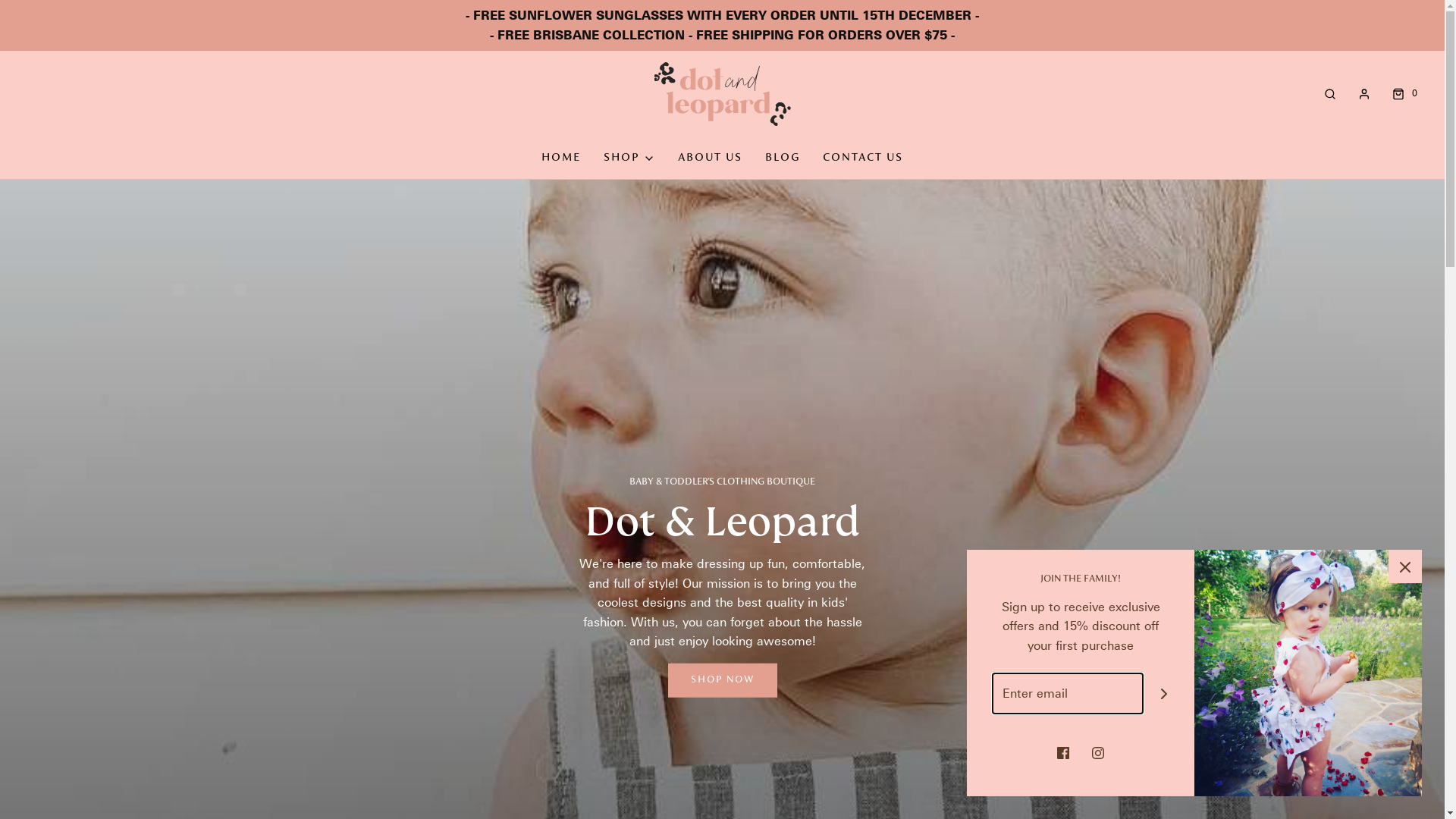 The image size is (1456, 819). I want to click on 'BLOG', so click(764, 158).